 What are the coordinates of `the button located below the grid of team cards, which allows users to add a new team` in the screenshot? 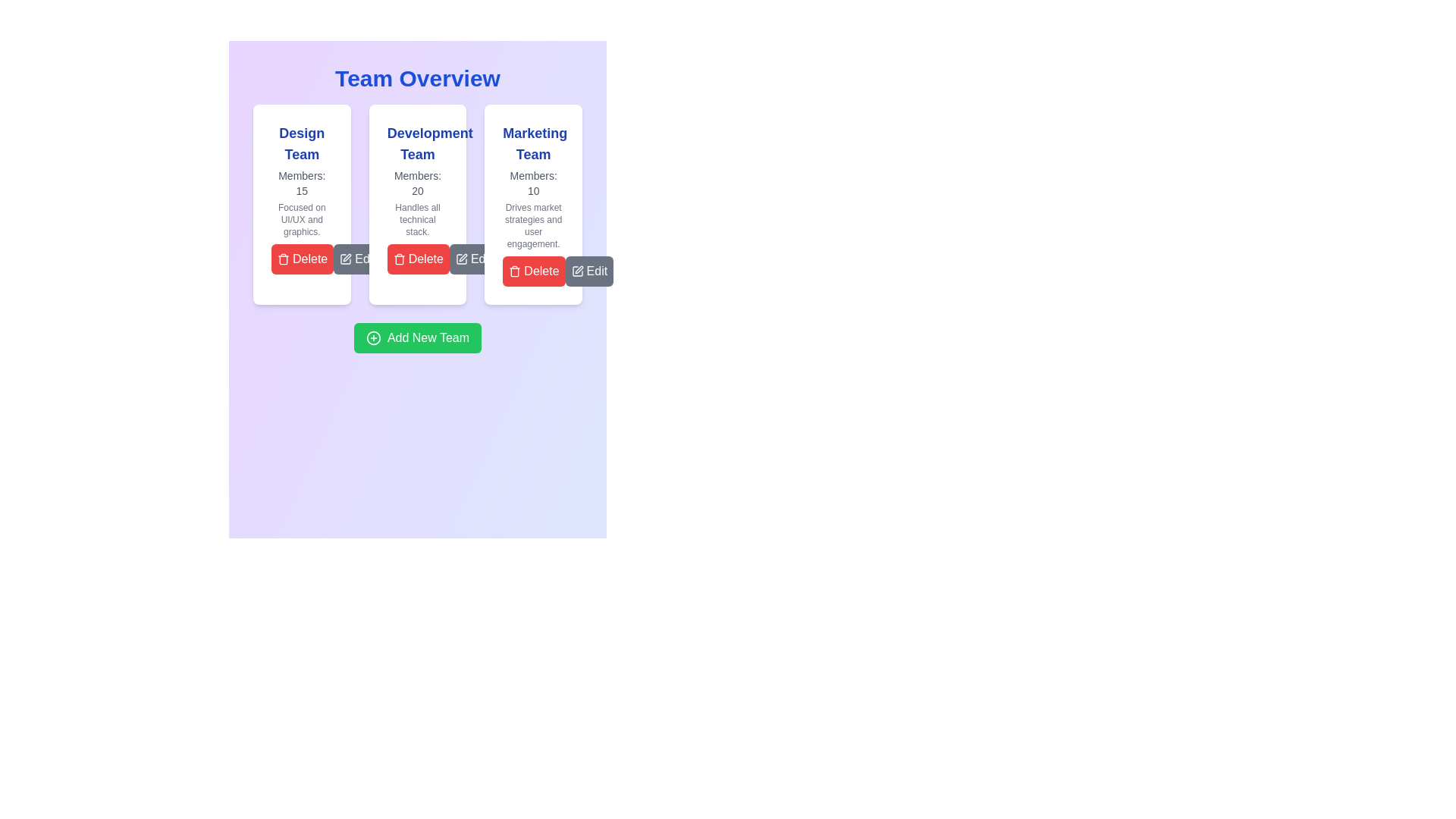 It's located at (418, 337).